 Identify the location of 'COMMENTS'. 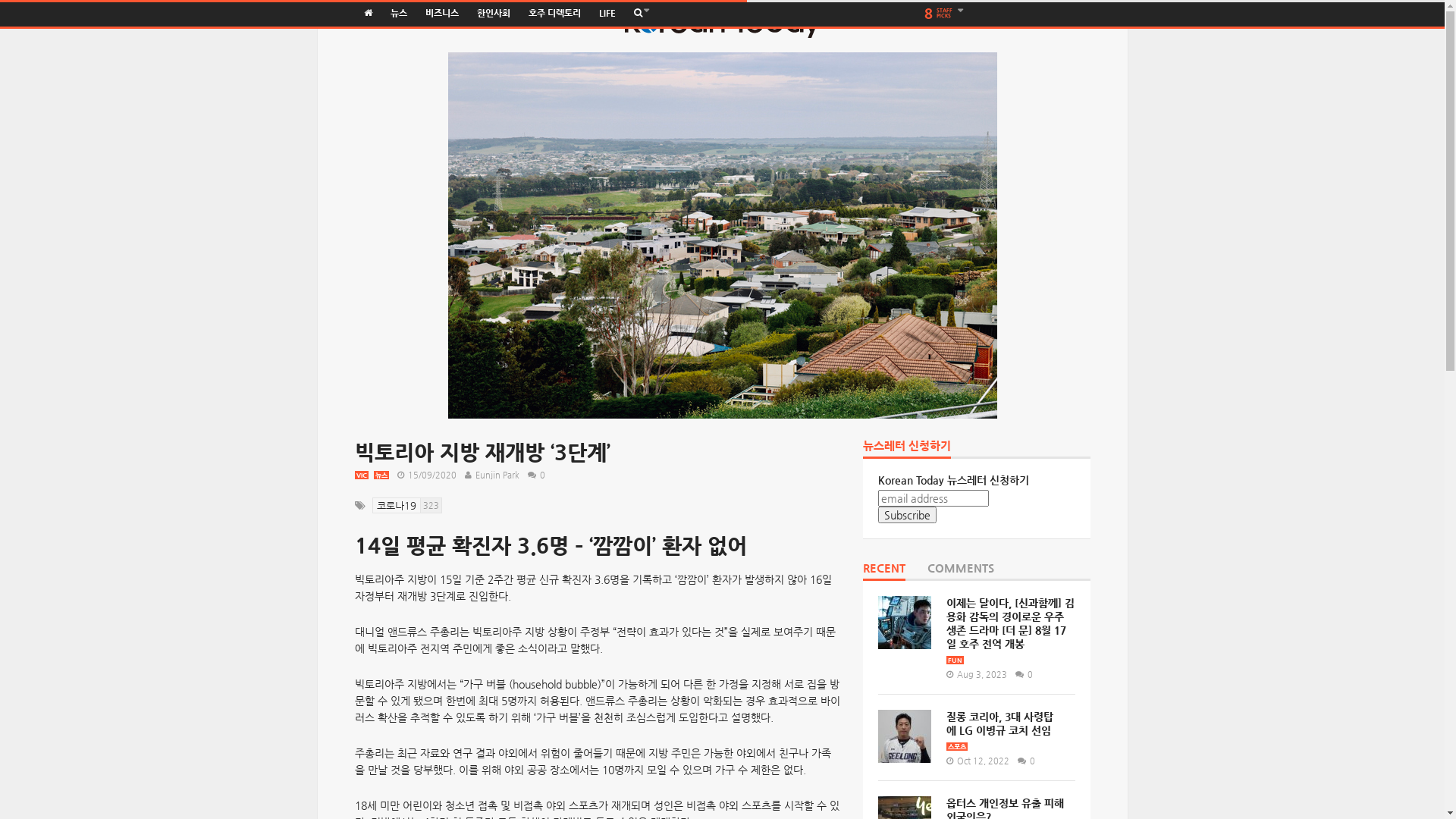
(959, 571).